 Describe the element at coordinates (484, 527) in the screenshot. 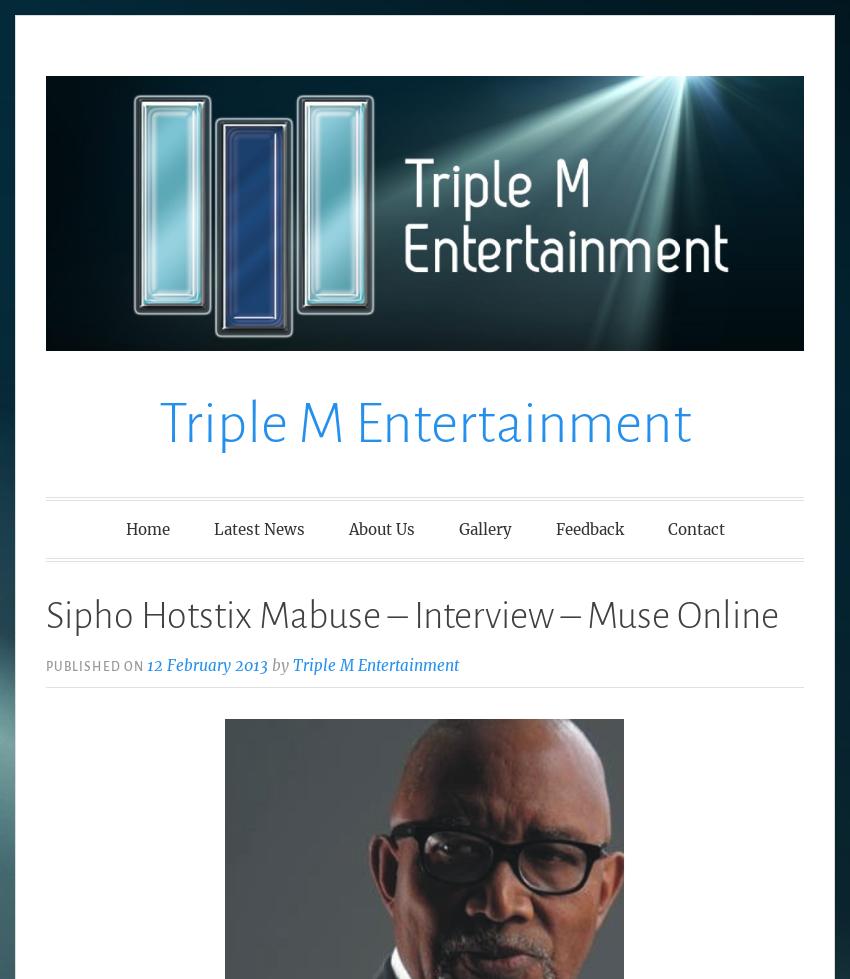

I see `'Gallery'` at that location.